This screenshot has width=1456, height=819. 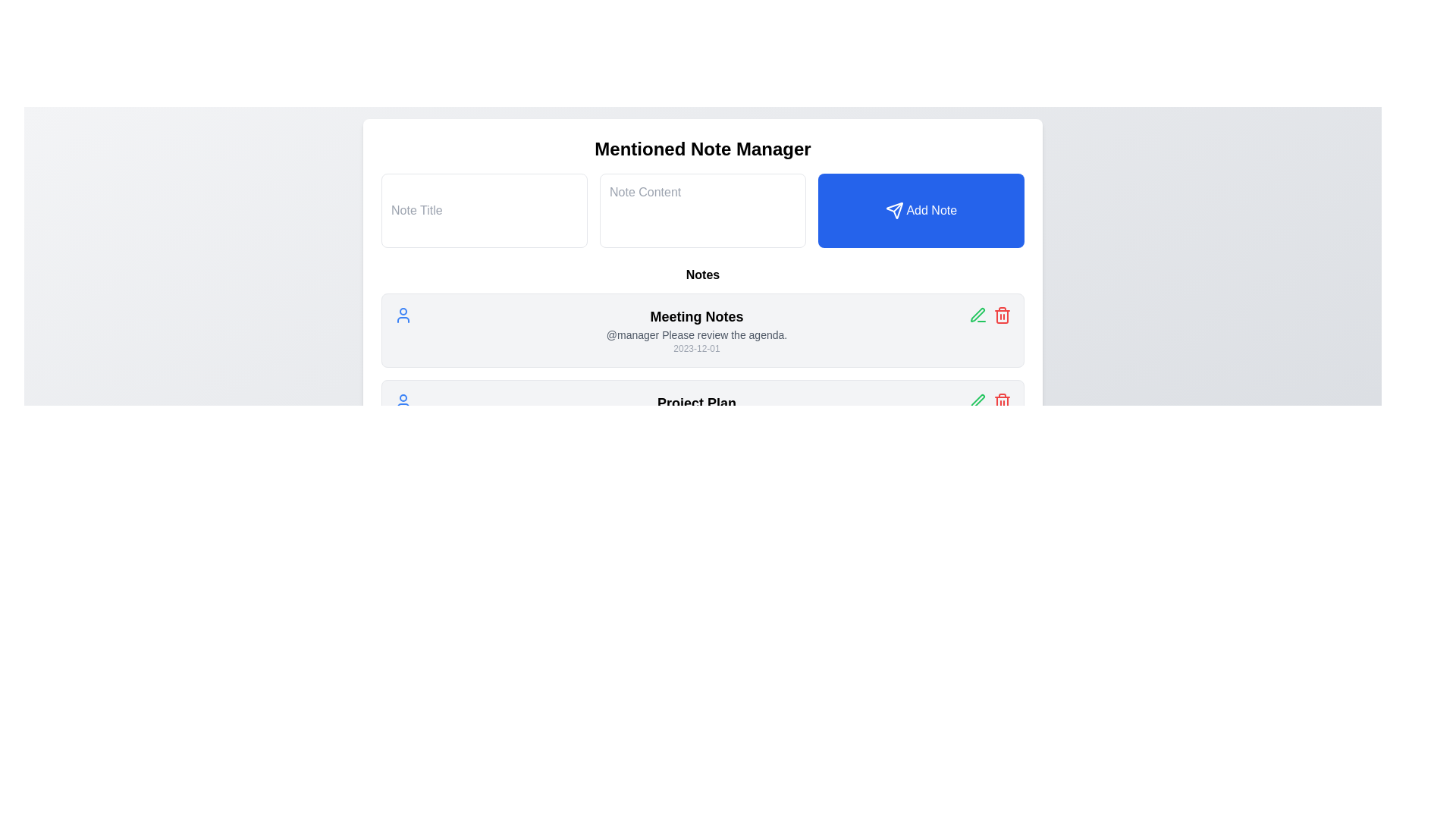 I want to click on the green pen icon button representing edit functionality in the 'Project Plan' note item to change its color, so click(x=978, y=400).